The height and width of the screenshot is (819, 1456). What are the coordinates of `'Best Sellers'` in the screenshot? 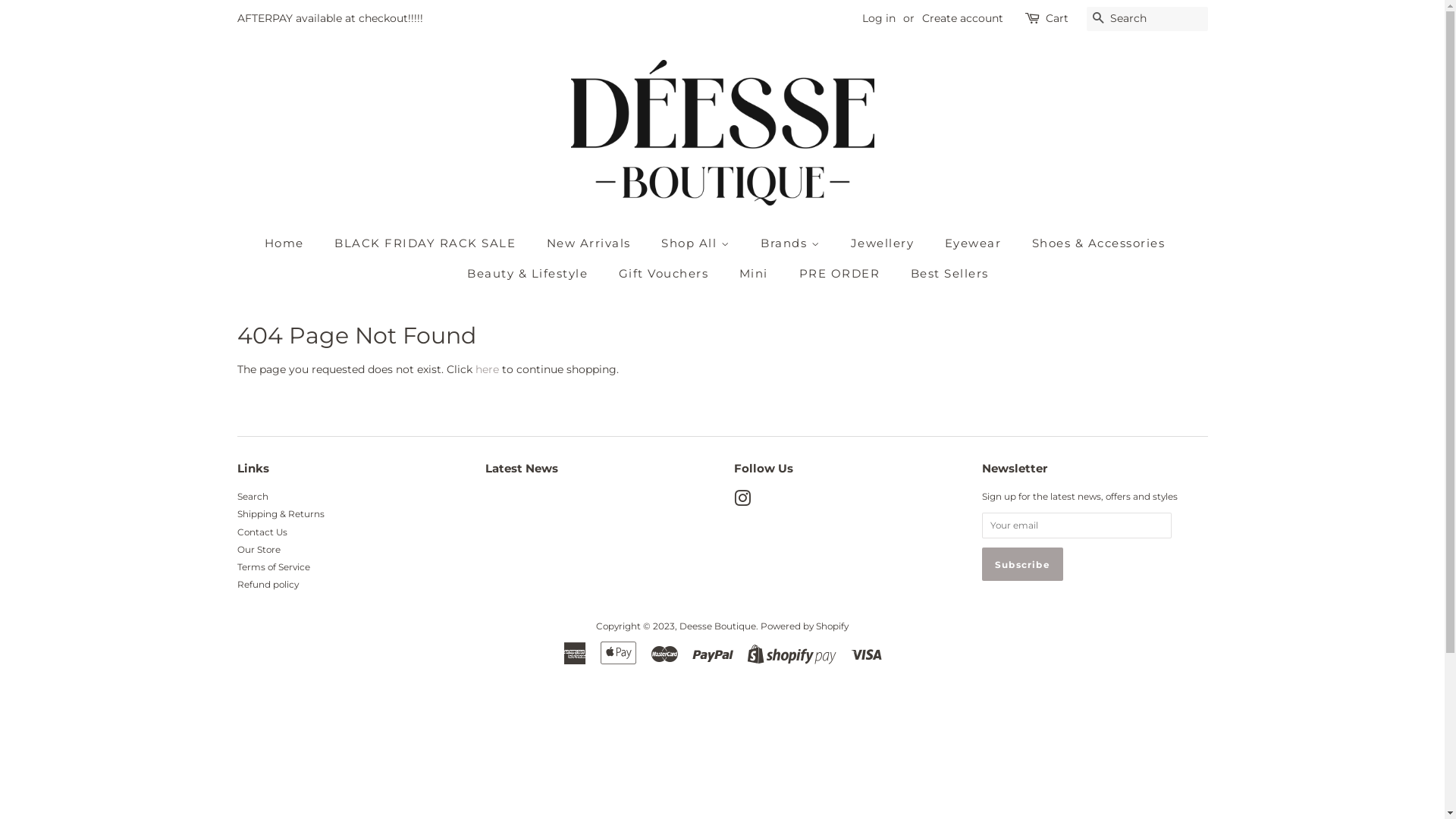 It's located at (943, 274).